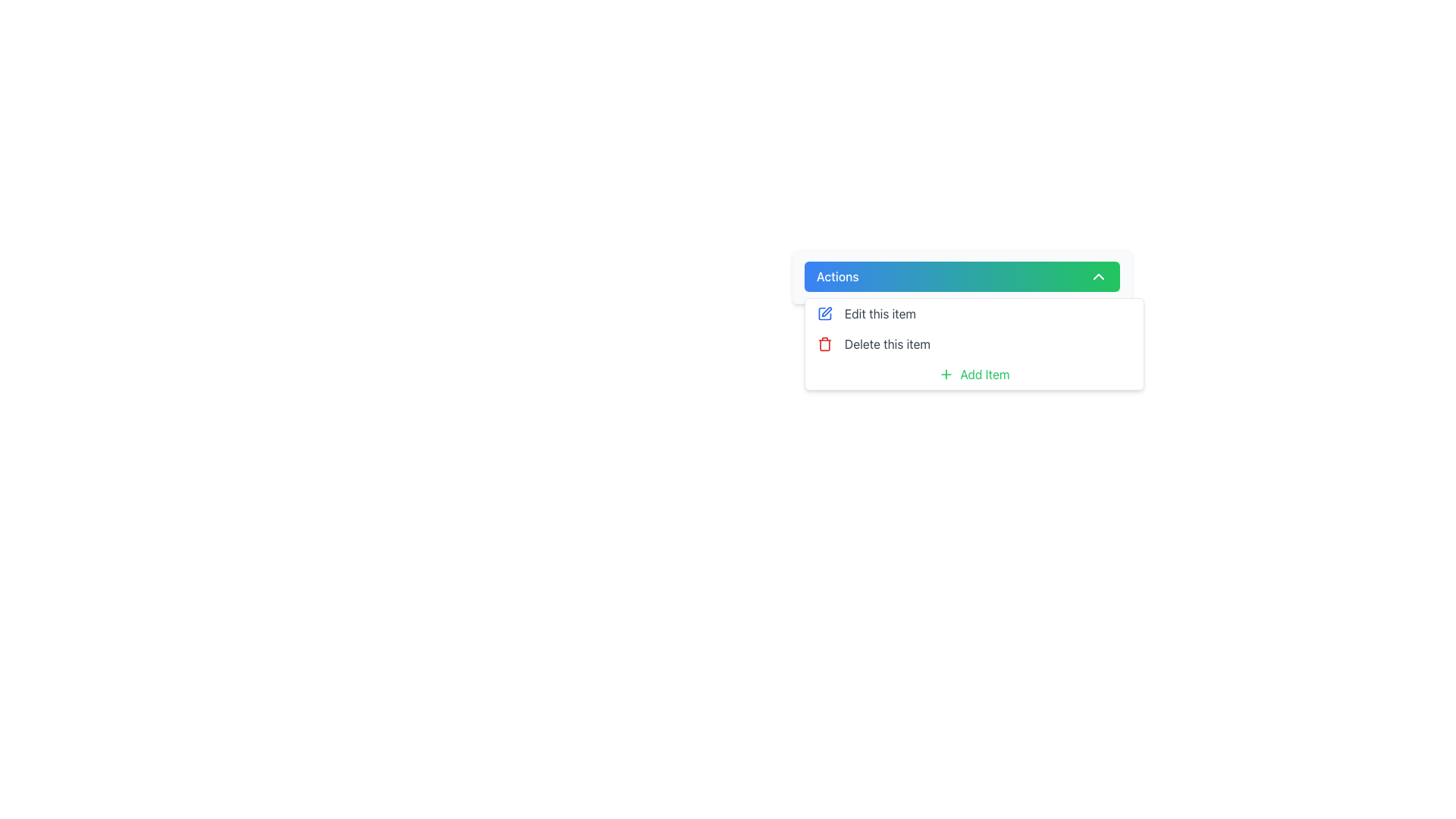 The height and width of the screenshot is (819, 1456). What do you see at coordinates (887, 344) in the screenshot?
I see `the 'Delete this item' text label located directly below the 'Edit this item' text in the vertical dropdown menu to initiate the deletion action` at bounding box center [887, 344].